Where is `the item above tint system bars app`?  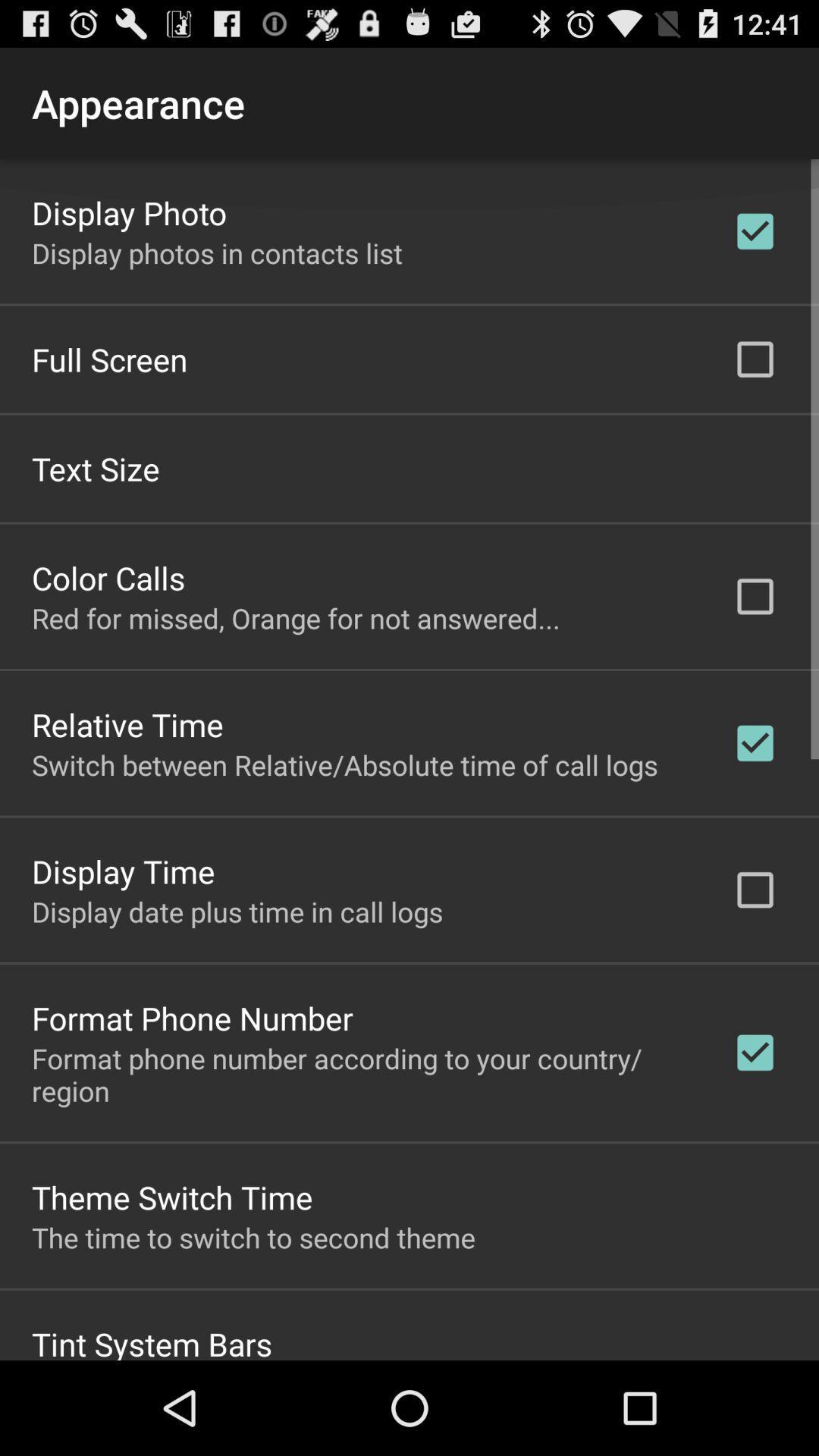
the item above tint system bars app is located at coordinates (253, 1237).